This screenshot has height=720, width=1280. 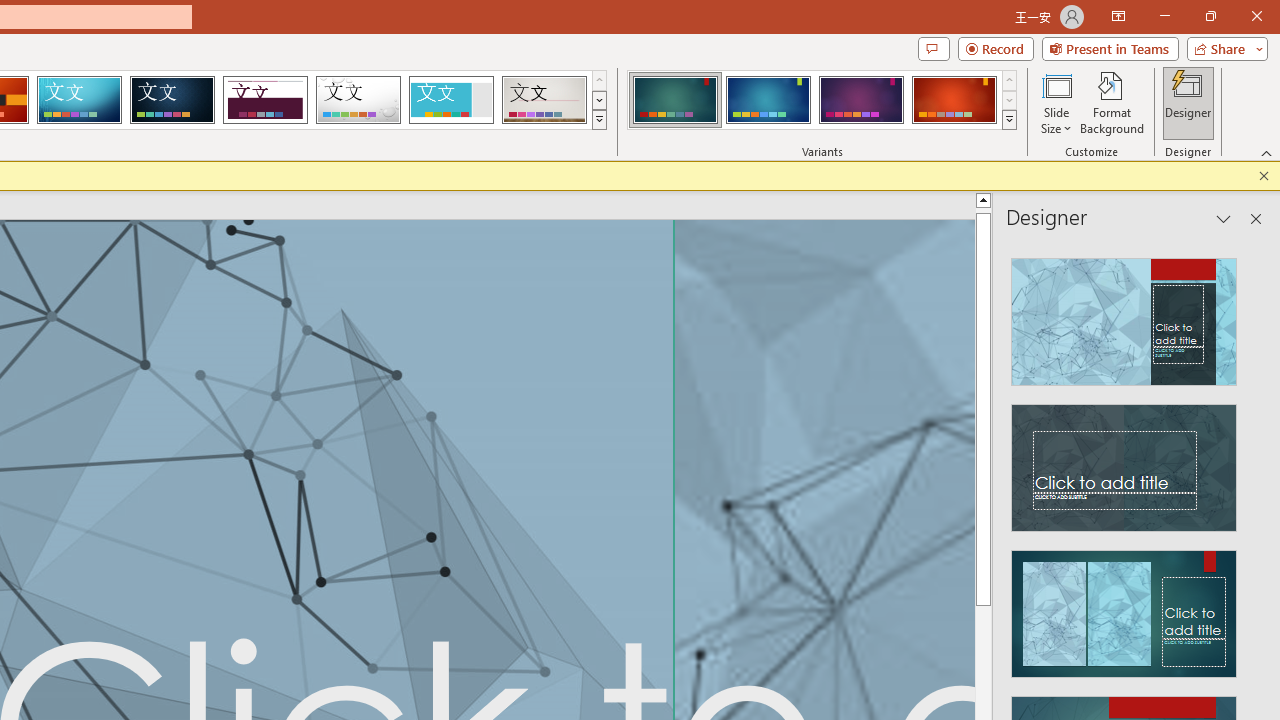 I want to click on 'Close this message', so click(x=1263, y=175).